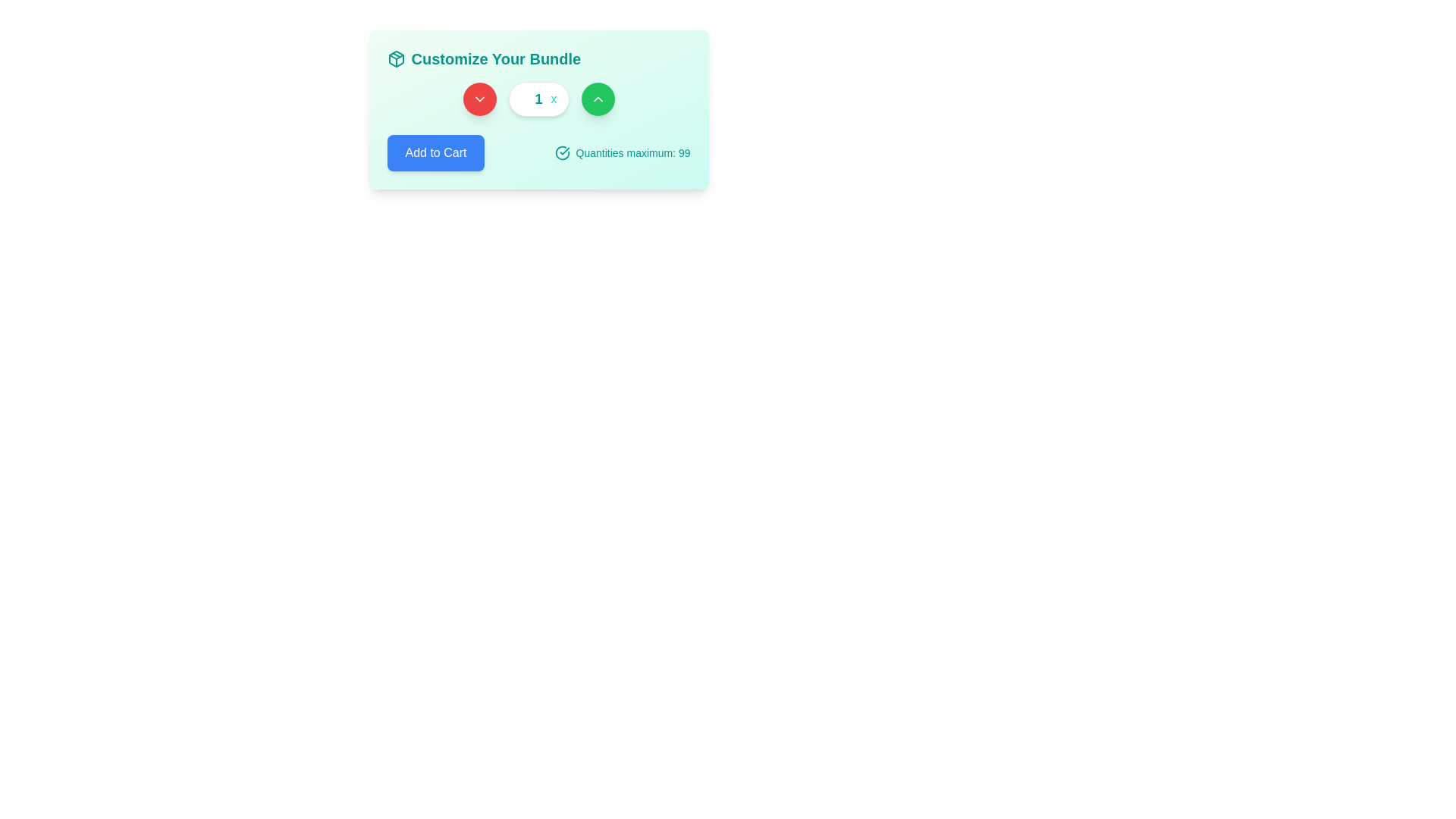  What do you see at coordinates (396, 58) in the screenshot?
I see `the leftmost Graphic SVG Icon representing a 'package' or 'bundle' in the context of customizing a bundle, located next to the 'Customize Your Bundle' title` at bounding box center [396, 58].